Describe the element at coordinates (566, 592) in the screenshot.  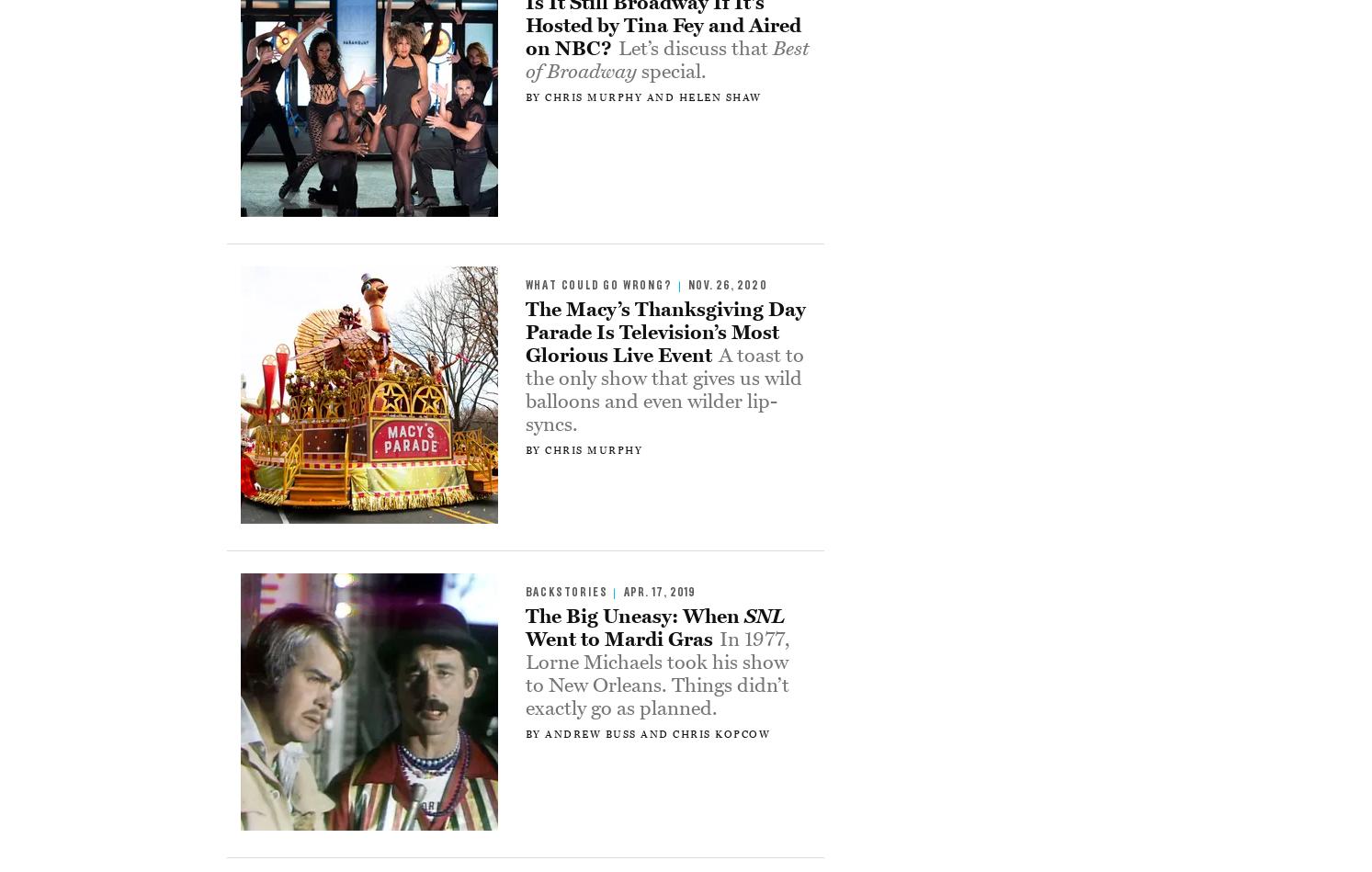
I see `'backstories'` at that location.